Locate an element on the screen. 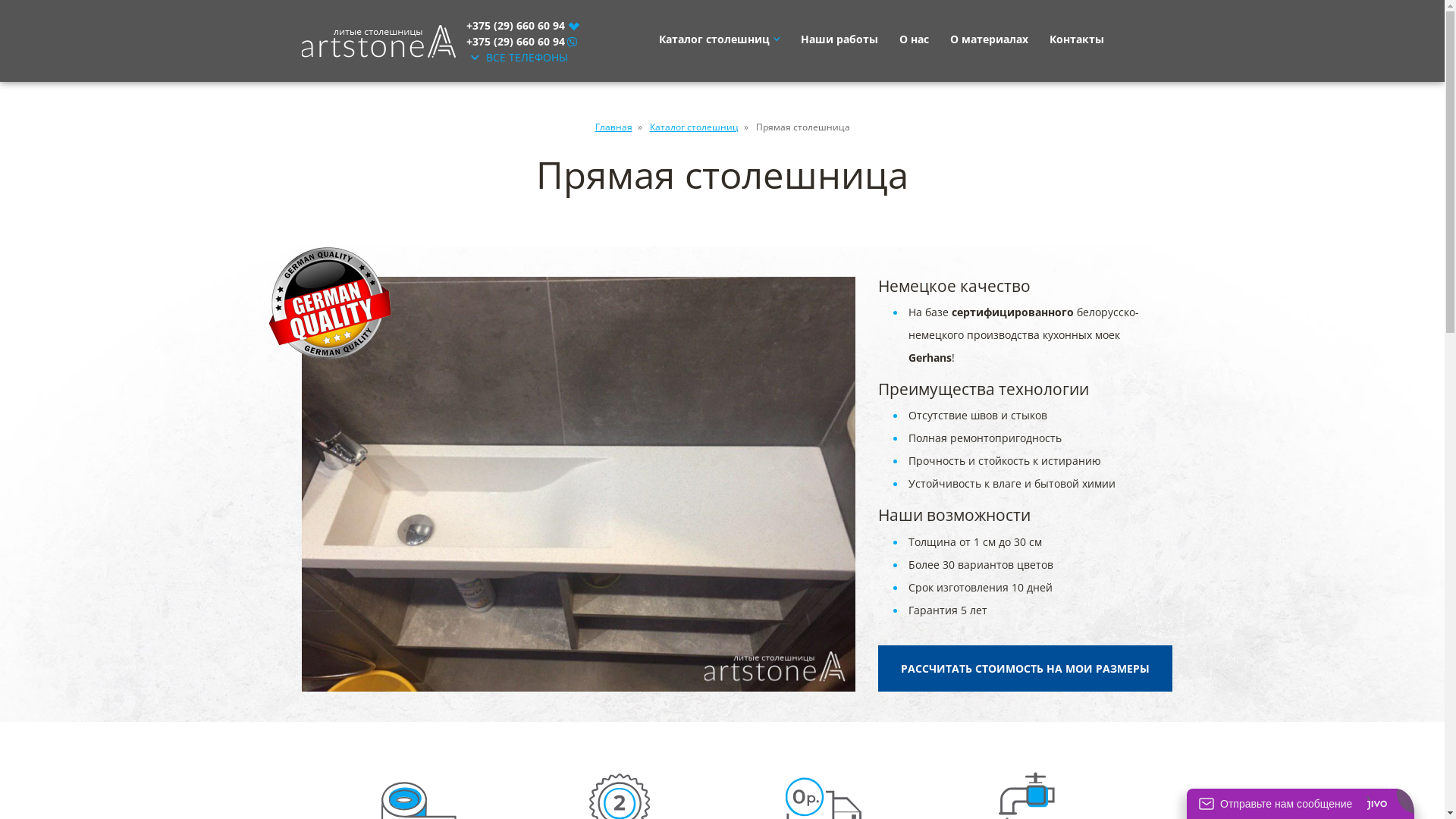 This screenshot has width=1456, height=819. '+375 (29) 660 60 94' is located at coordinates (520, 40).